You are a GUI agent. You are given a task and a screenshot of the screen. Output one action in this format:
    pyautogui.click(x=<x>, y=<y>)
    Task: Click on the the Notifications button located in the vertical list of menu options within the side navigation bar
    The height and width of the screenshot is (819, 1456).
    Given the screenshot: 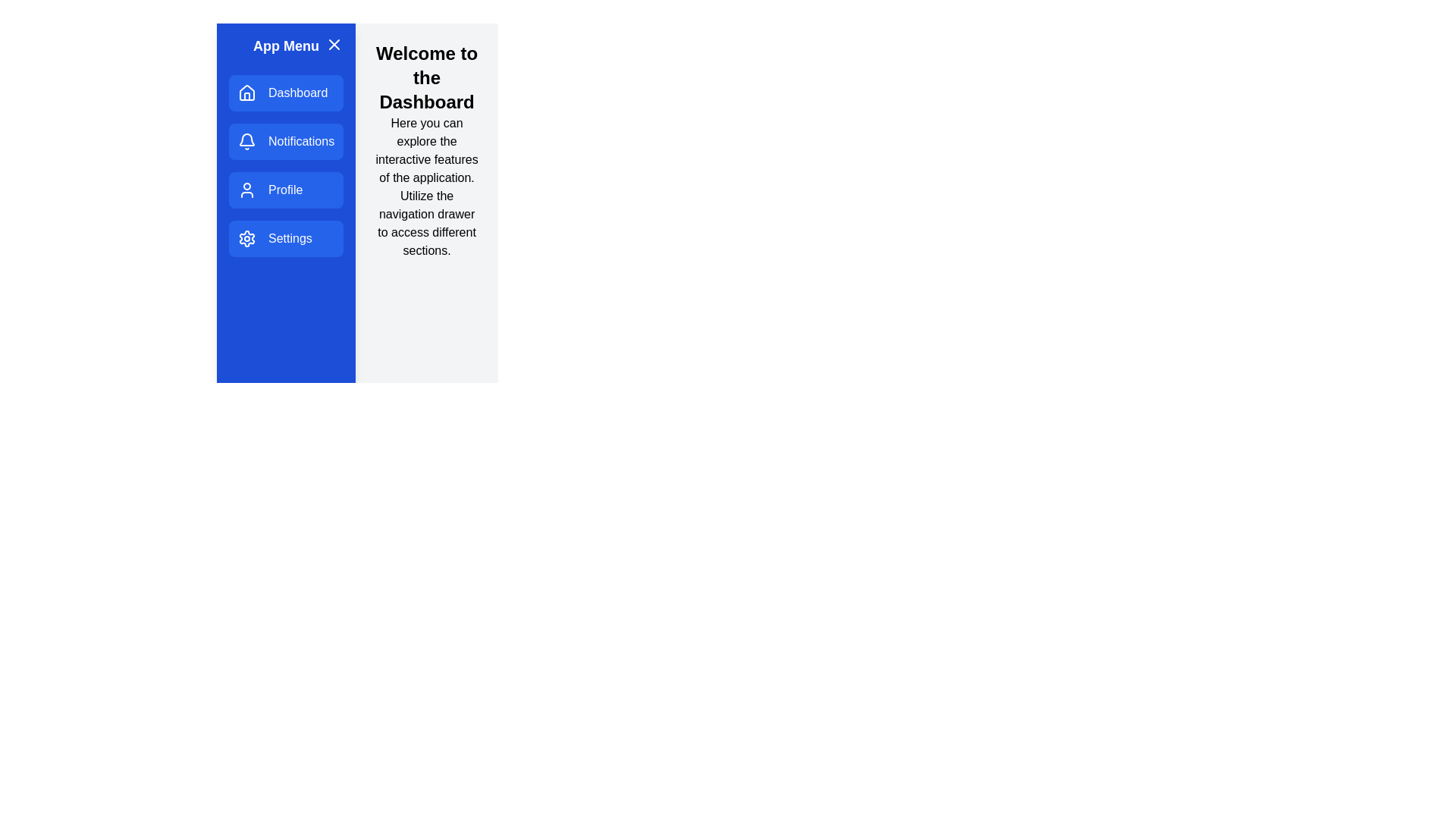 What is the action you would take?
    pyautogui.click(x=286, y=141)
    